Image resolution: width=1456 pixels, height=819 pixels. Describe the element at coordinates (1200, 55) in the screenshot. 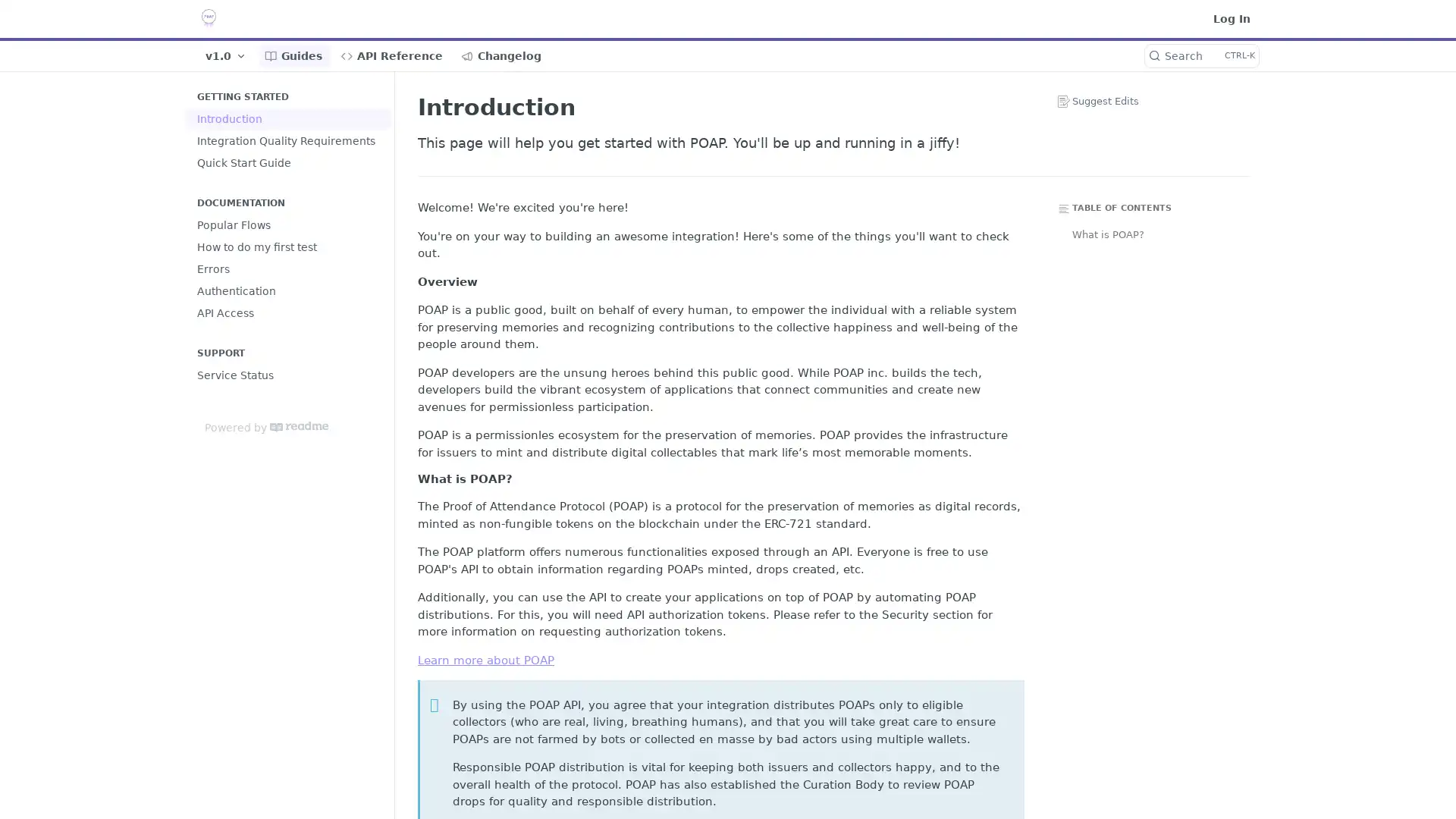

I see `Search` at that location.